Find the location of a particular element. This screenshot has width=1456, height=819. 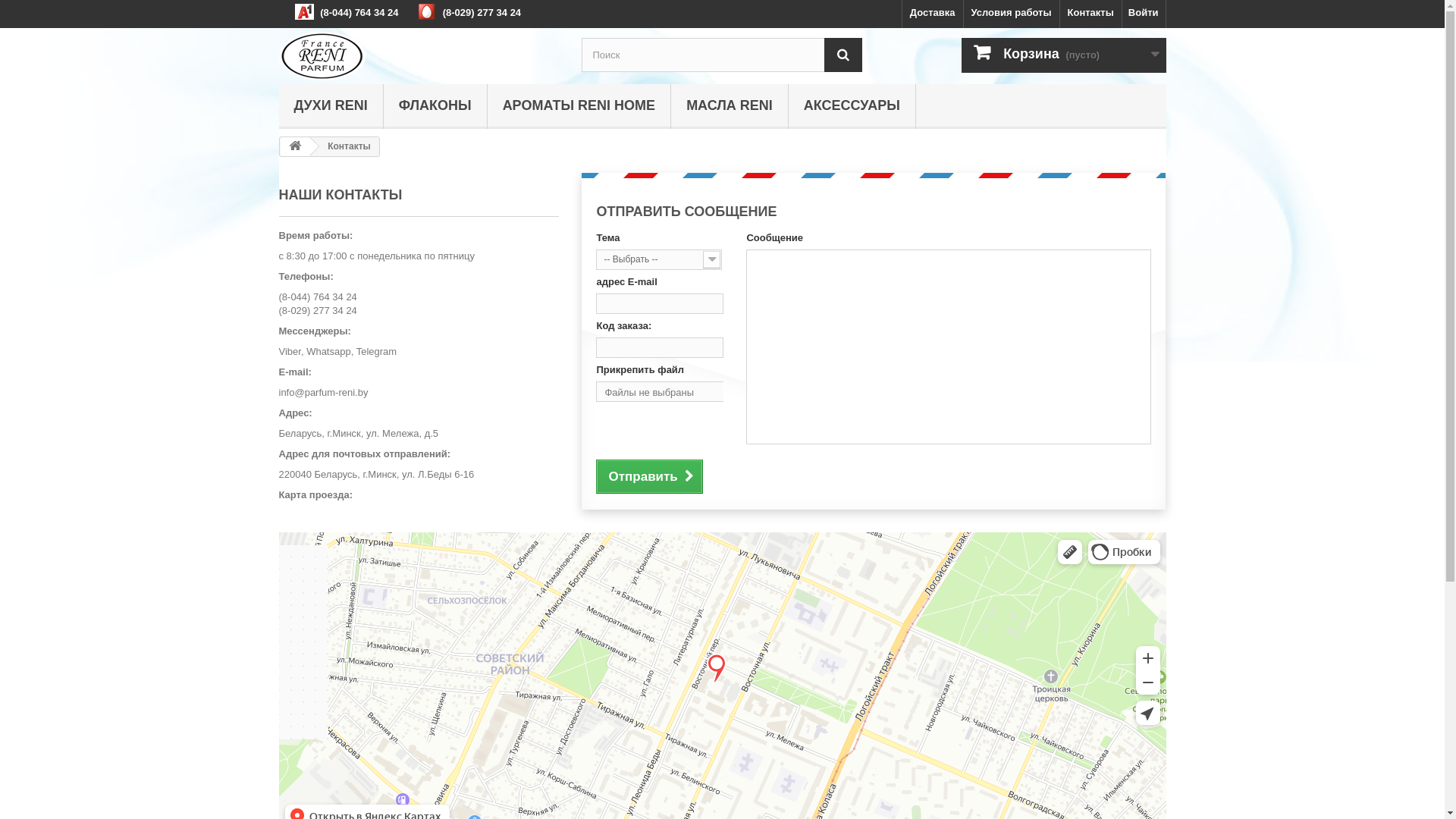

'Viber' is located at coordinates (279, 351).